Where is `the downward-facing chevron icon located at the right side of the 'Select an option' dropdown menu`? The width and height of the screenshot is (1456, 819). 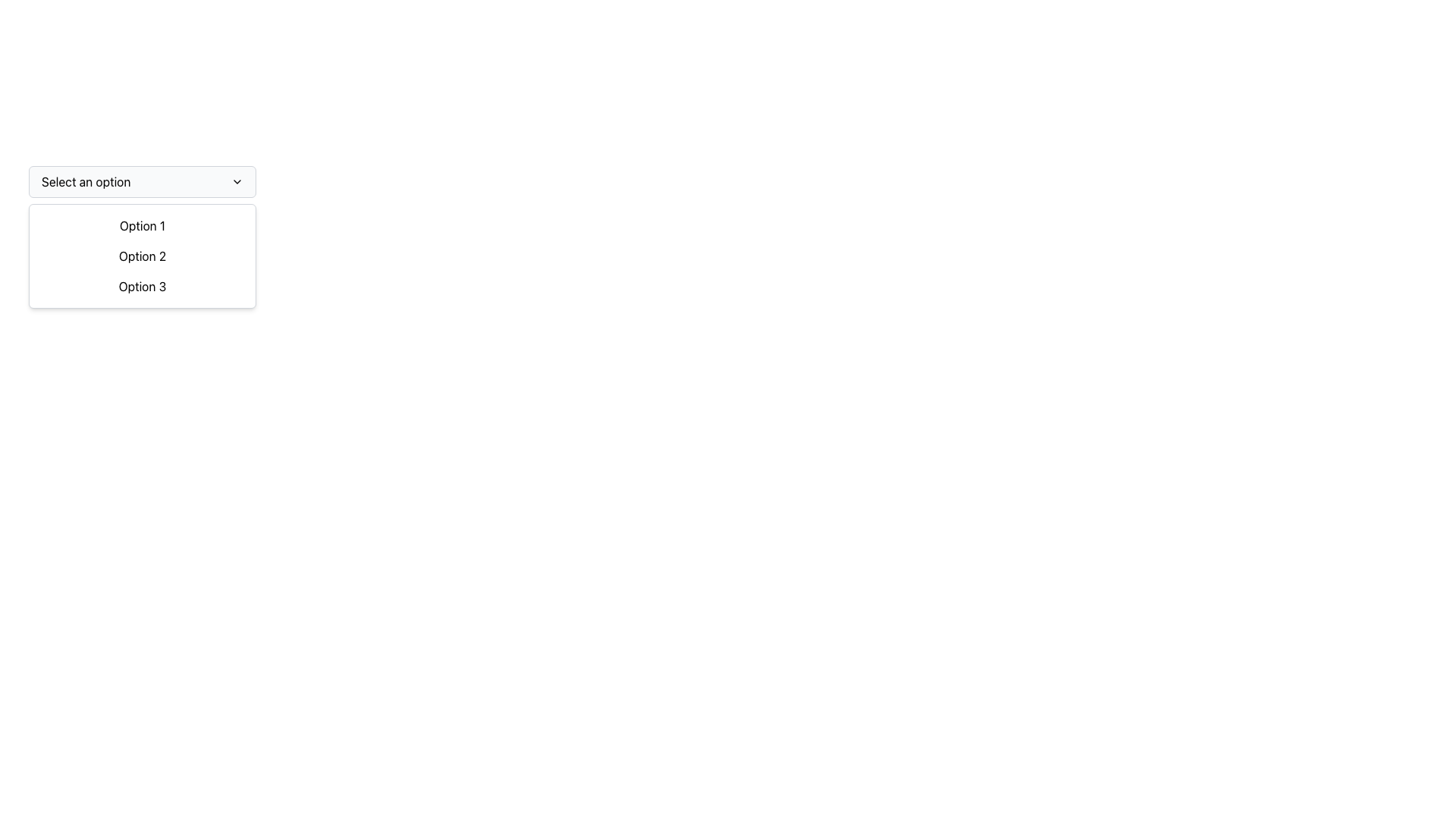 the downward-facing chevron icon located at the right side of the 'Select an option' dropdown menu is located at coordinates (236, 180).